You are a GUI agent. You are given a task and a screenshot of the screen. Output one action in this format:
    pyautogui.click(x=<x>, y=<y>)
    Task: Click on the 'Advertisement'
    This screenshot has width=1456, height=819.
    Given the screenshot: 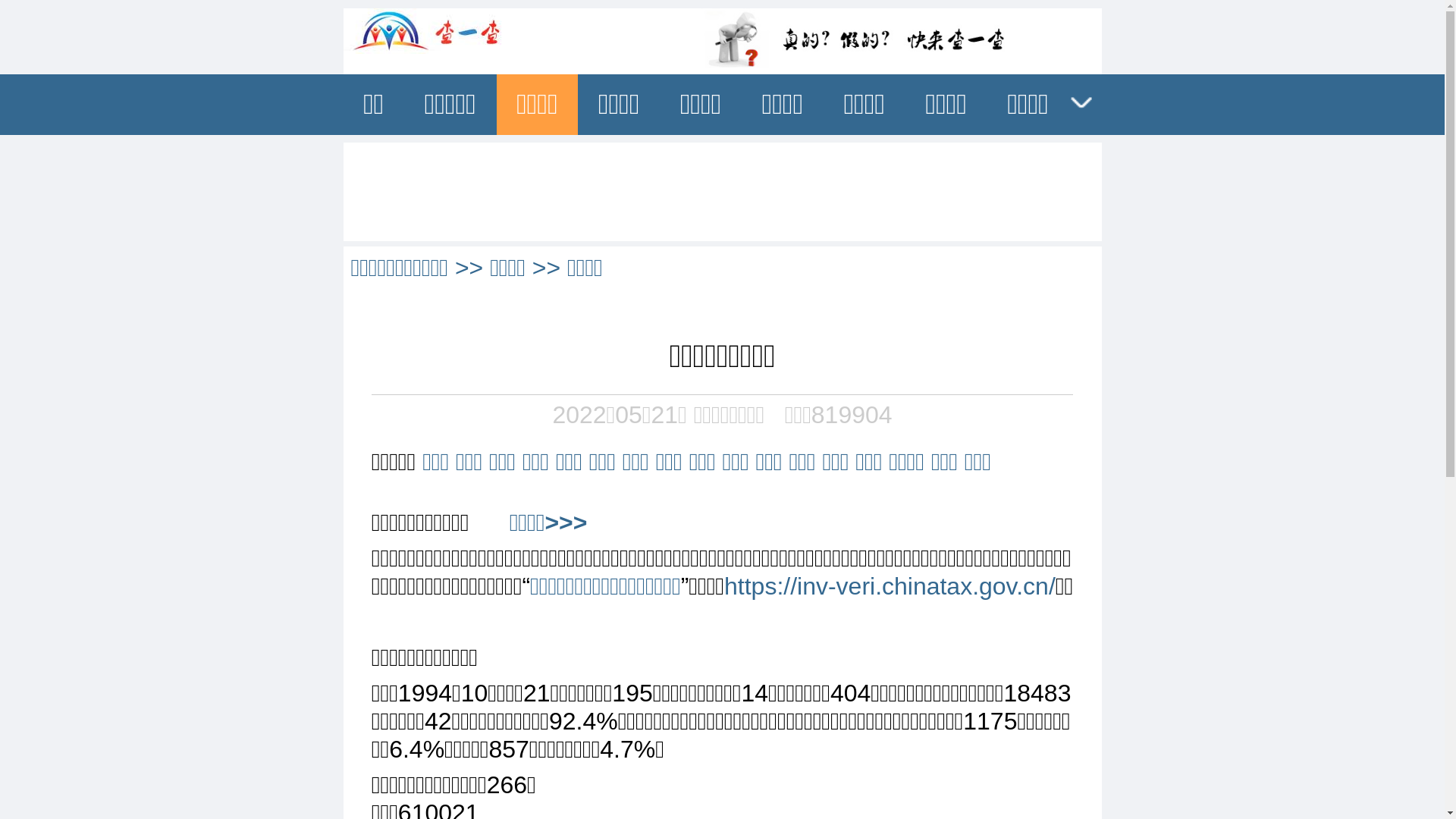 What is the action you would take?
    pyautogui.click(x=600, y=188)
    